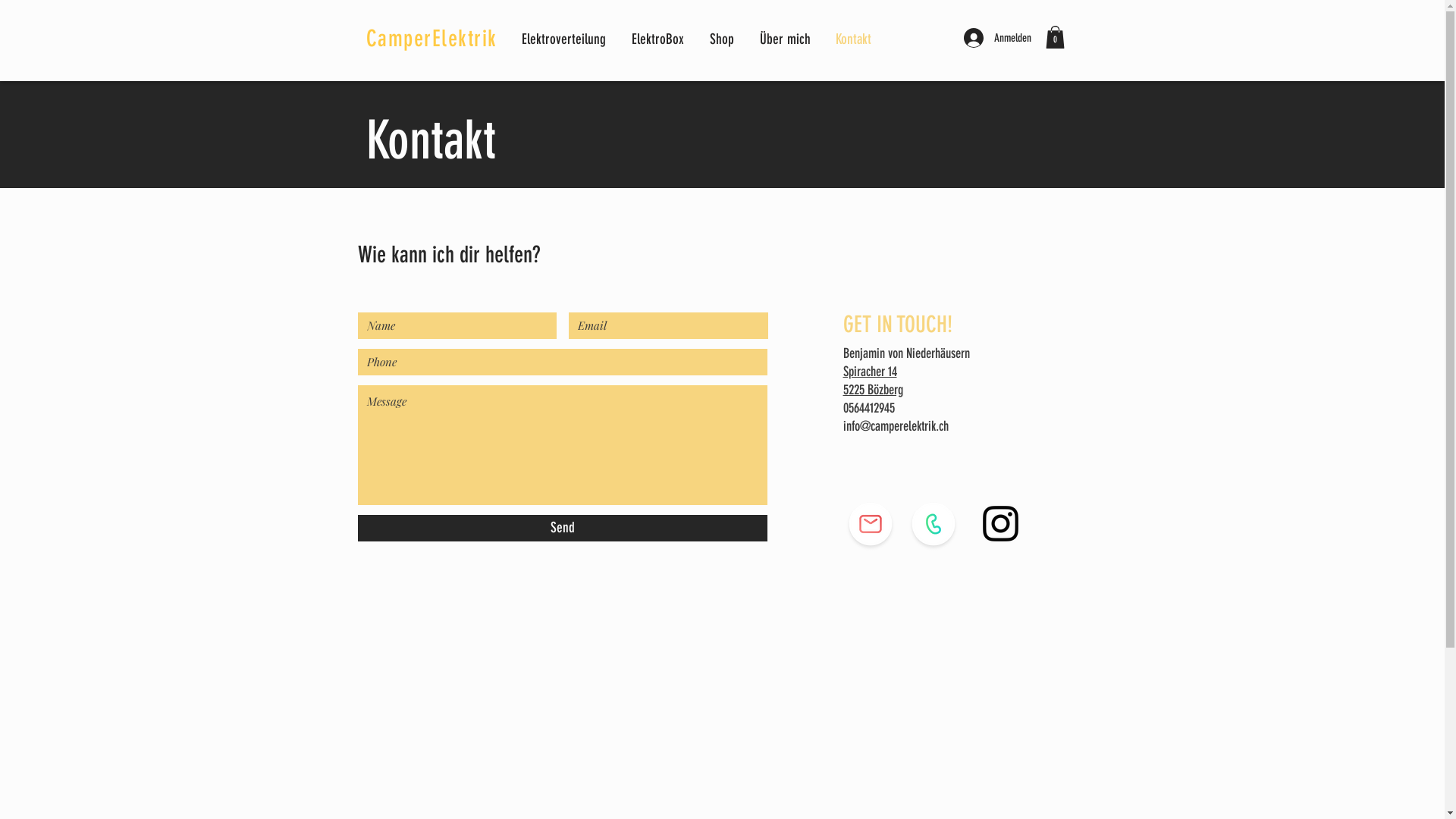  I want to click on 'info@camperelektrik.ch', so click(896, 426).